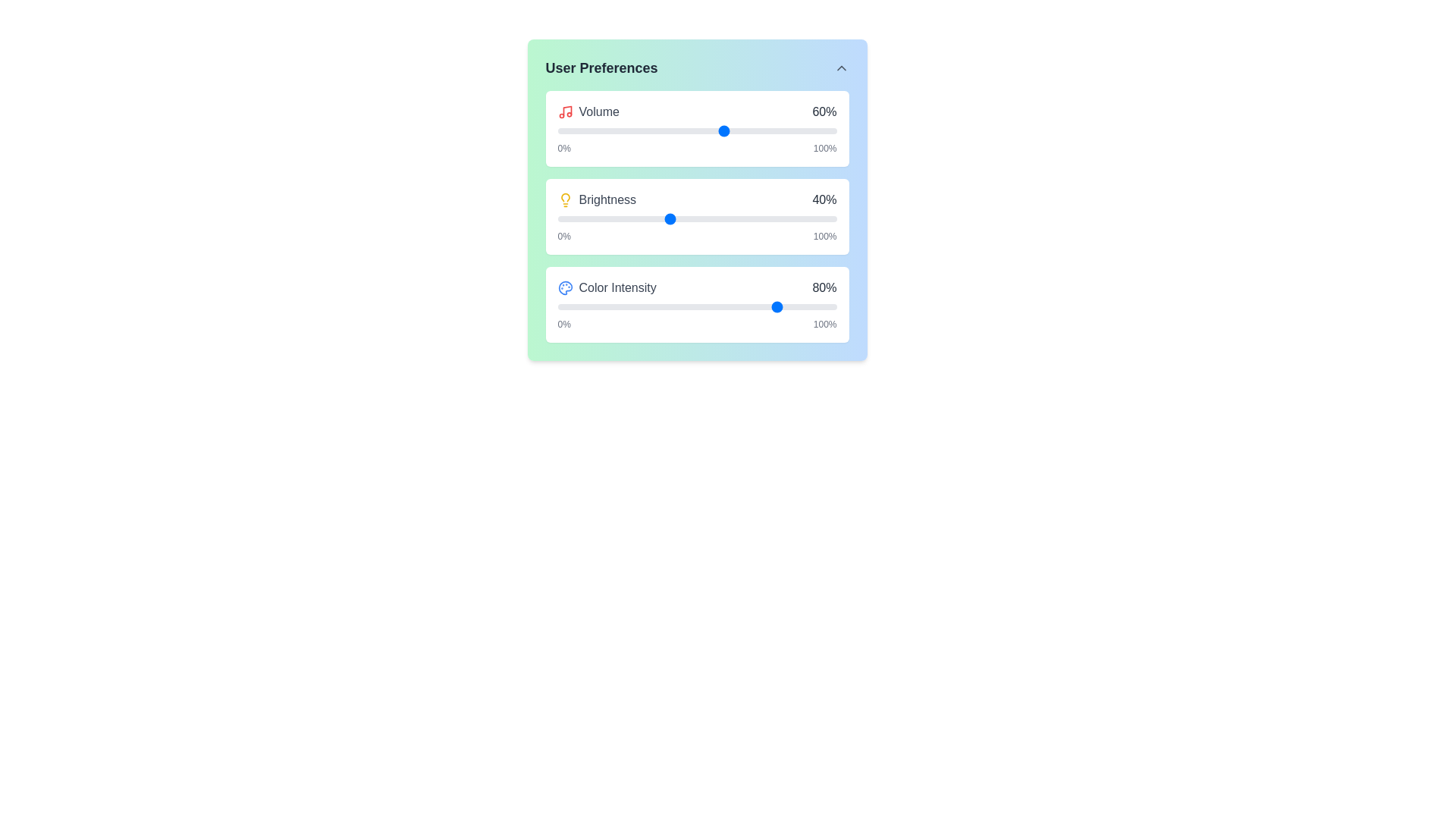  Describe the element at coordinates (664, 130) in the screenshot. I see `the volume` at that location.